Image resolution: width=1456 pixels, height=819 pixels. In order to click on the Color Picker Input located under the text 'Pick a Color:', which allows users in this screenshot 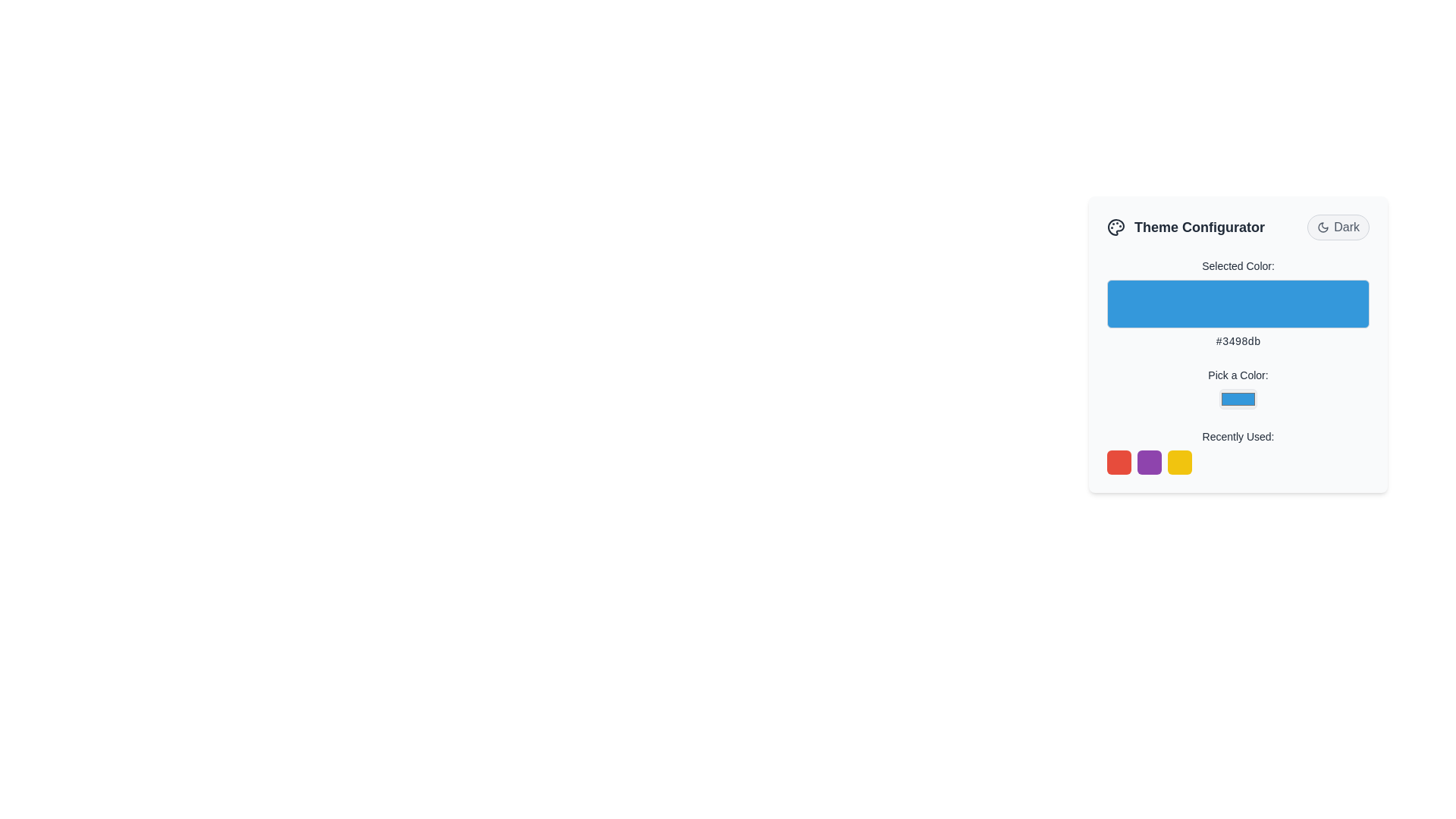, I will do `click(1238, 398)`.